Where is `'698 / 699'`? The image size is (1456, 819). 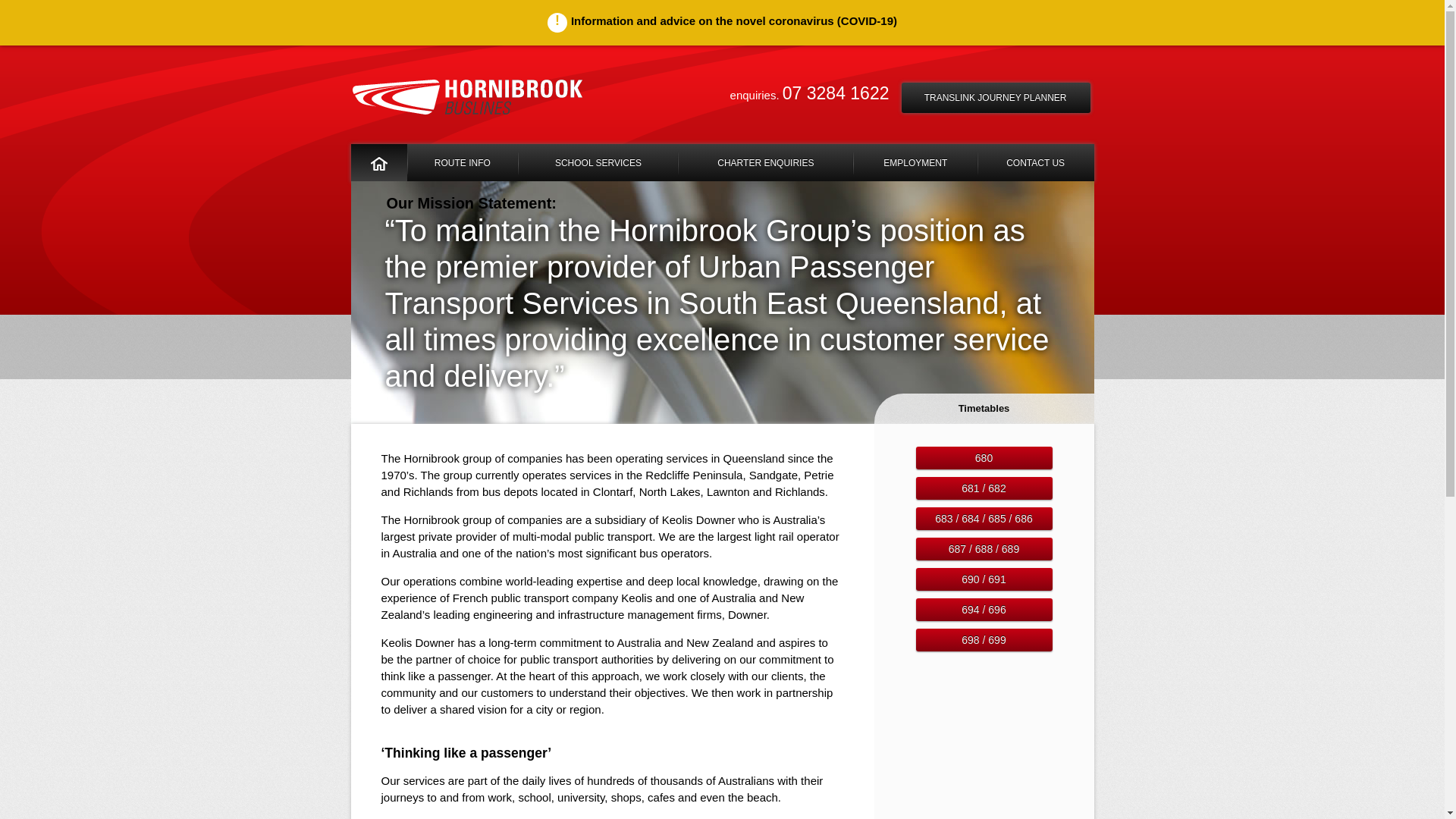 '698 / 699' is located at coordinates (984, 640).